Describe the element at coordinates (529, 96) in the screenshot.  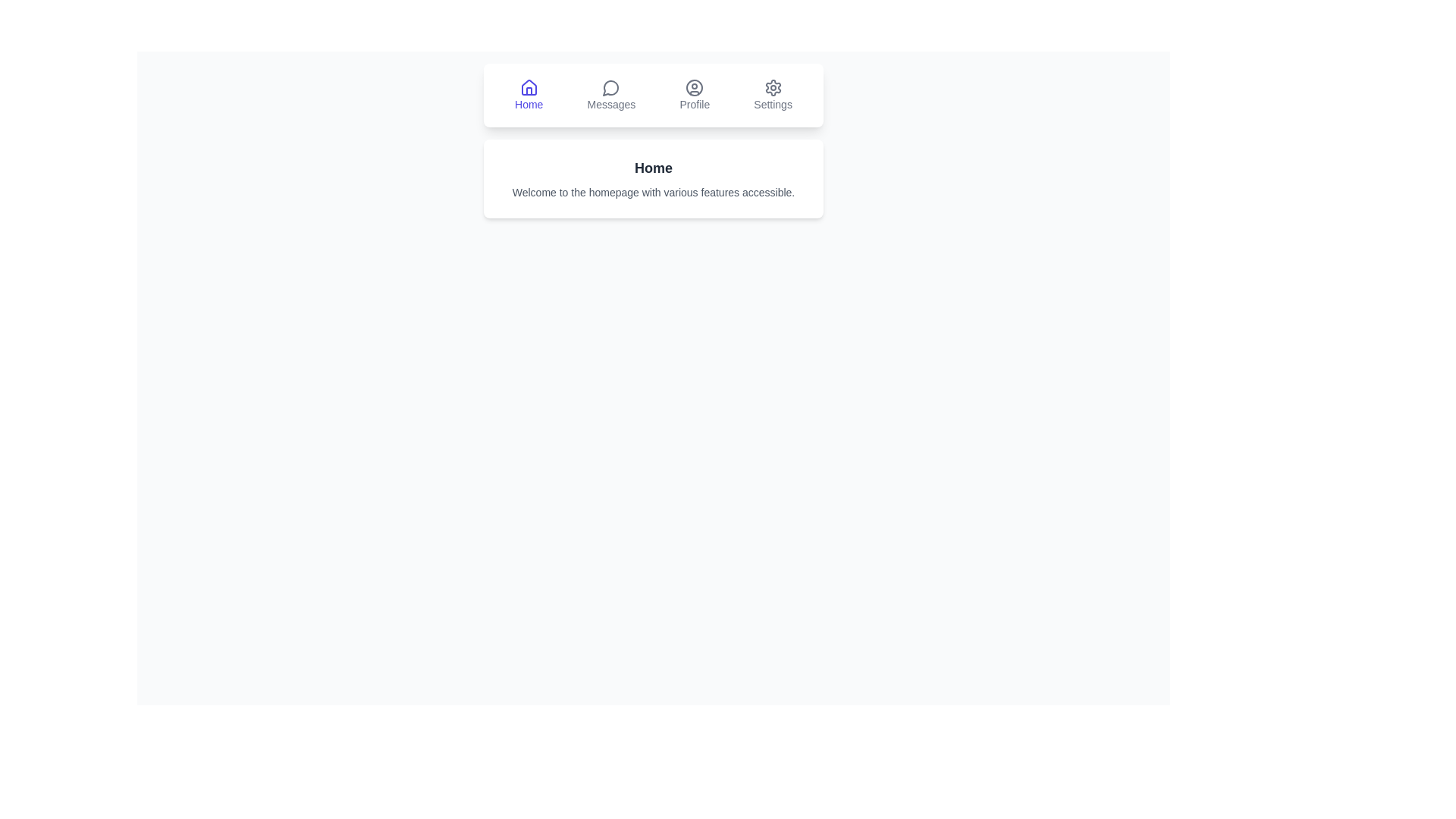
I see `the Home tab` at that location.